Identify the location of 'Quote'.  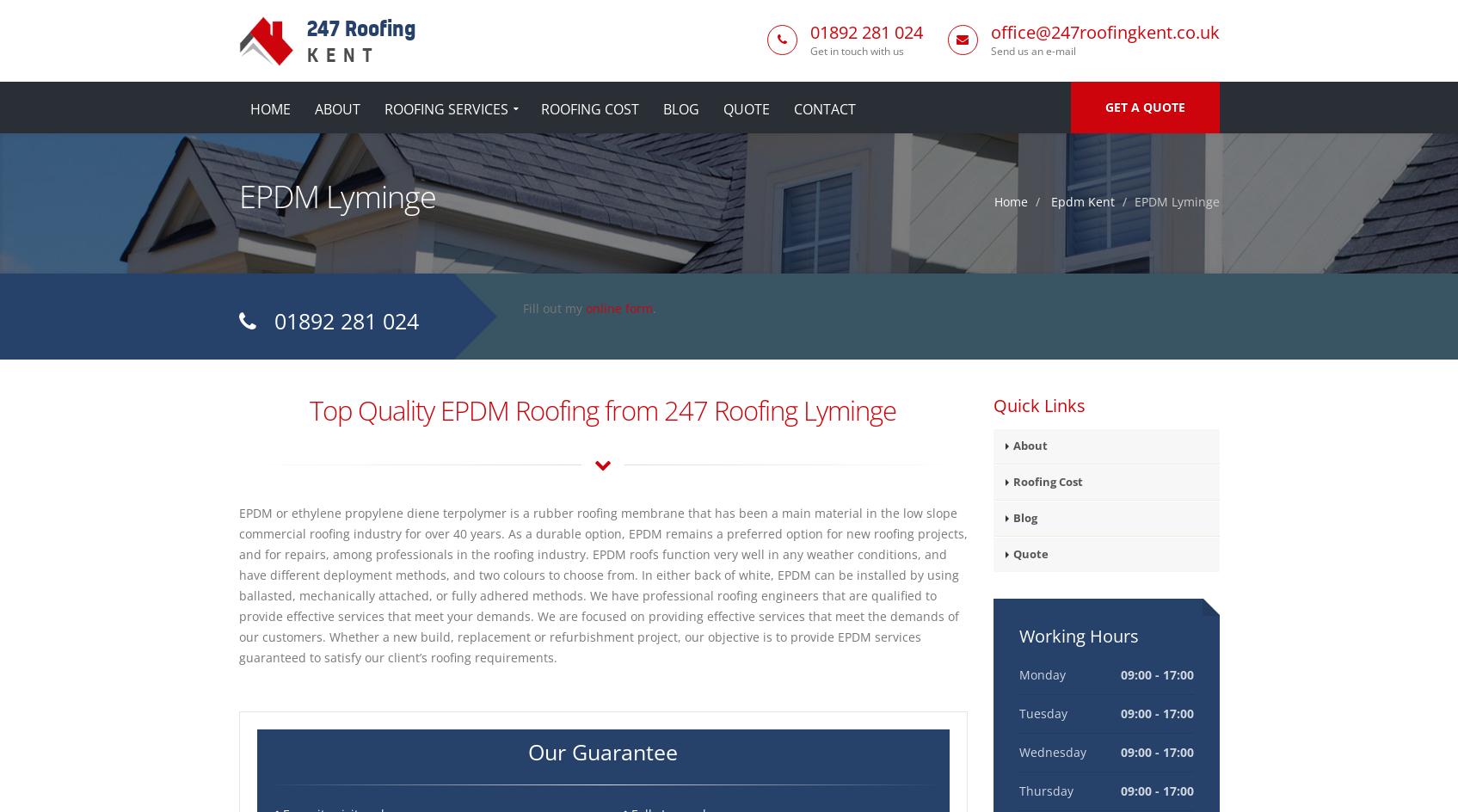
(1030, 554).